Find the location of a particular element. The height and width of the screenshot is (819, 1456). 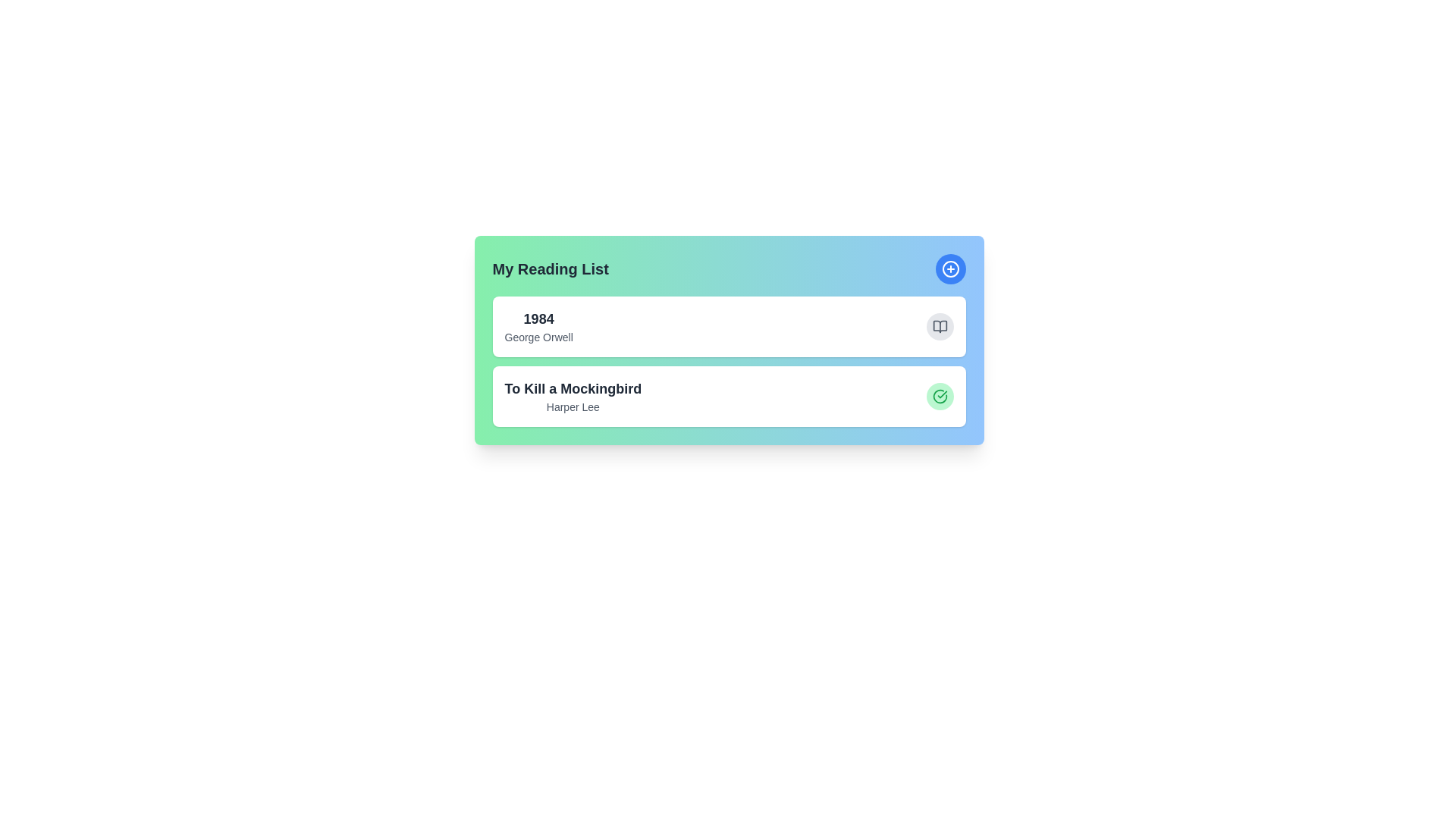

the '+' button to add a new book to the reading list is located at coordinates (949, 268).